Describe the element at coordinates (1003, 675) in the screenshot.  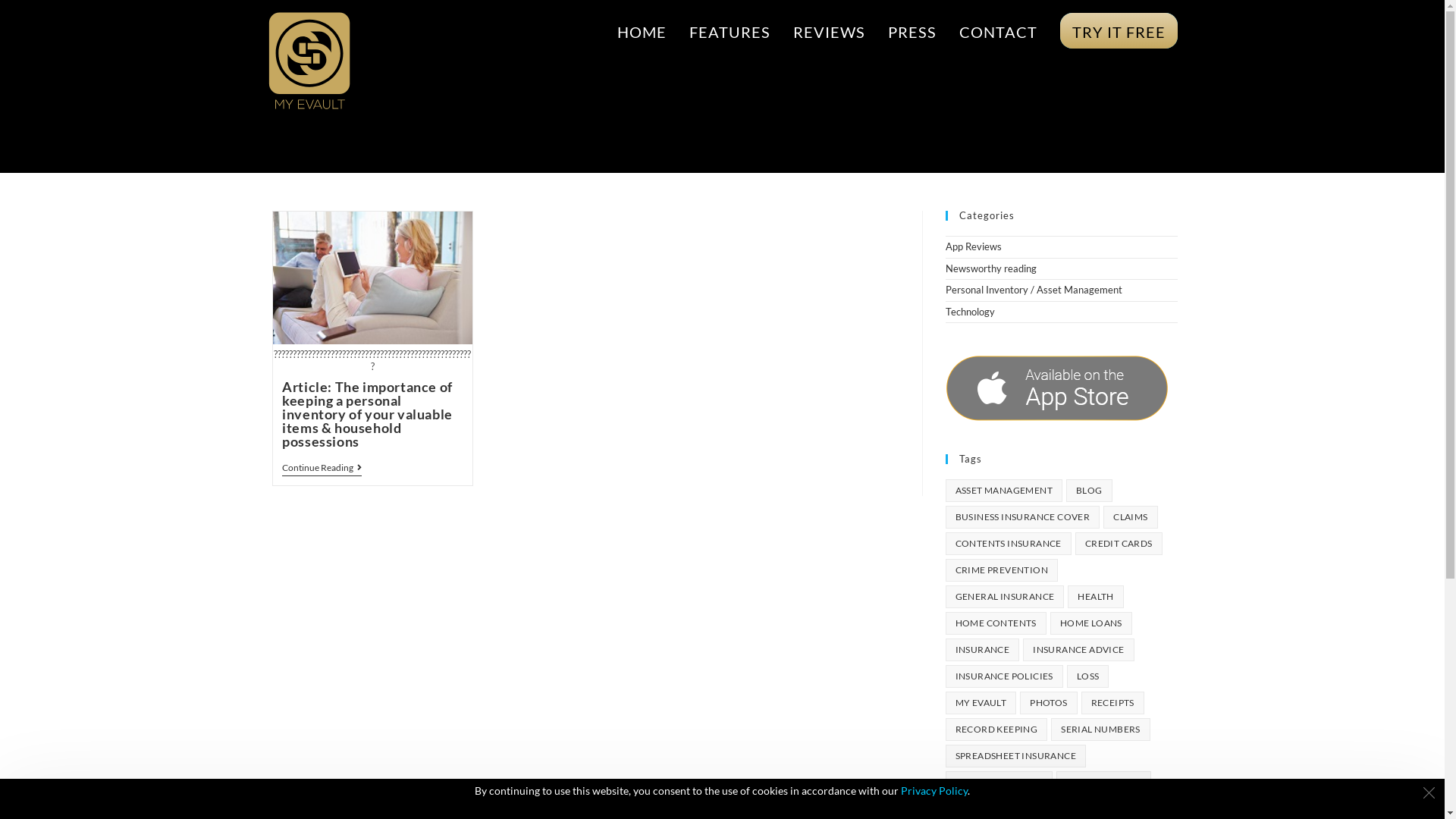
I see `'INSURANCE POLICIES'` at that location.